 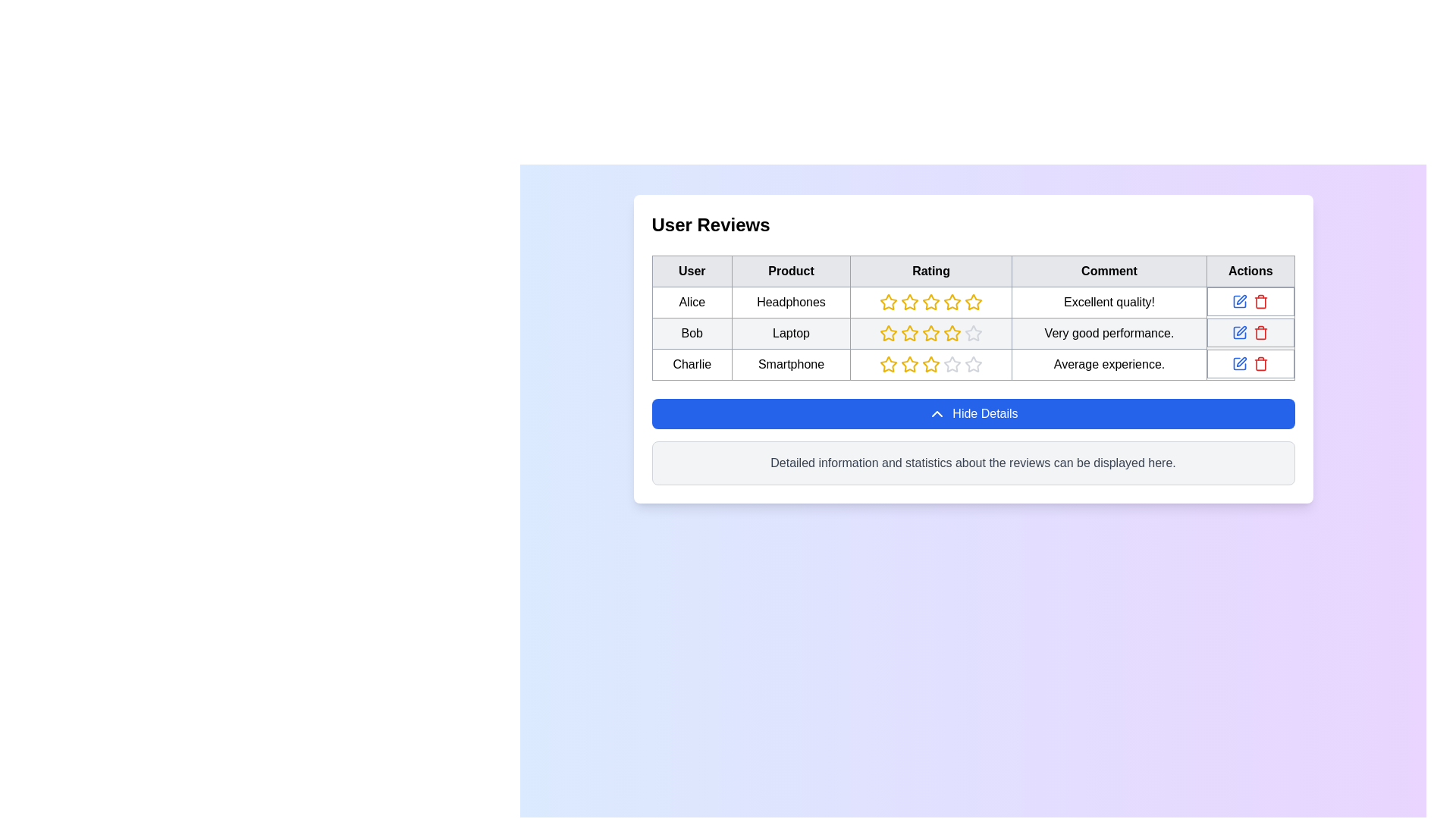 What do you see at coordinates (973, 317) in the screenshot?
I see `the table displaying user reviews, which features labeled headers such as 'User', 'Product', 'Rating', 'Comment', and 'Actions'` at bounding box center [973, 317].